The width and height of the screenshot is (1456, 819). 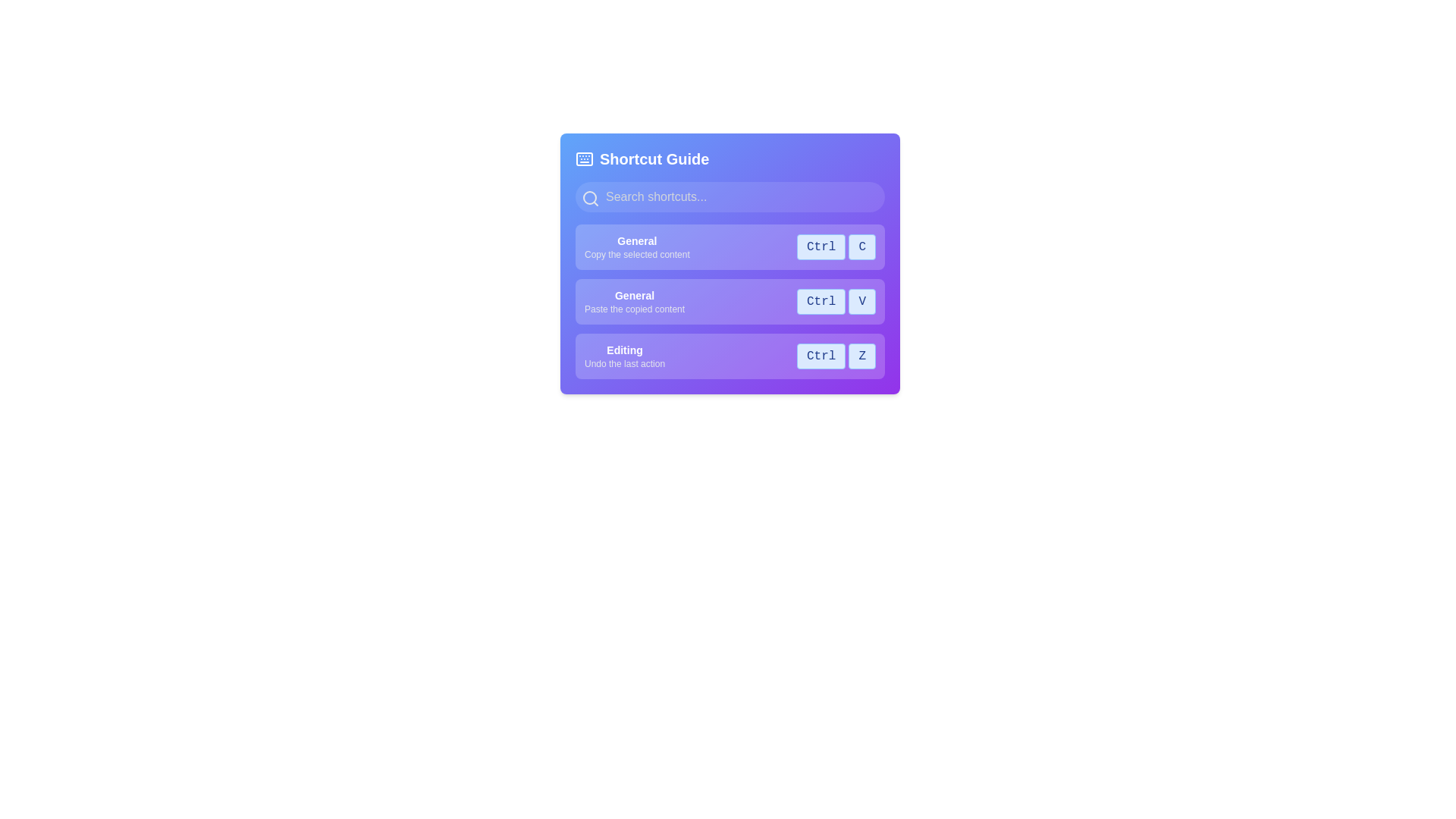 I want to click on the circular search icon component located in the upper-left section of the 'Shortcut Guide' dialog, so click(x=588, y=197).